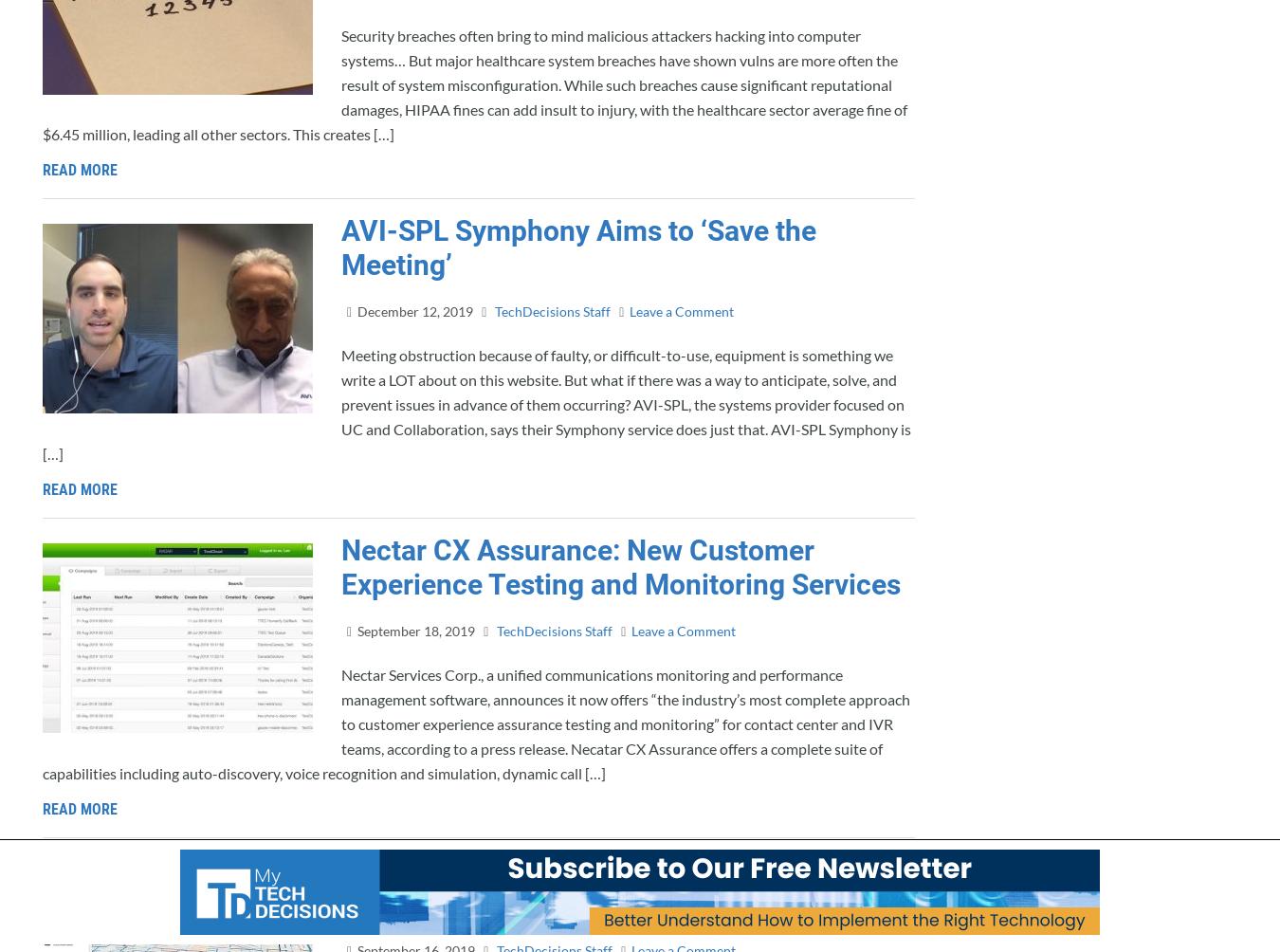  I want to click on 'Meeting obstruction because of faulty, or difficult-to-use, equipment is something we write a LOT about on this website. But what if there was a way to anticipate, solve, and prevent issues in advance of them occurring? AVI-SPL, the systems provider focused on UC and Collaboration, says their Symphony service does just that. AVI-SPL Symphony is […]', so click(476, 403).